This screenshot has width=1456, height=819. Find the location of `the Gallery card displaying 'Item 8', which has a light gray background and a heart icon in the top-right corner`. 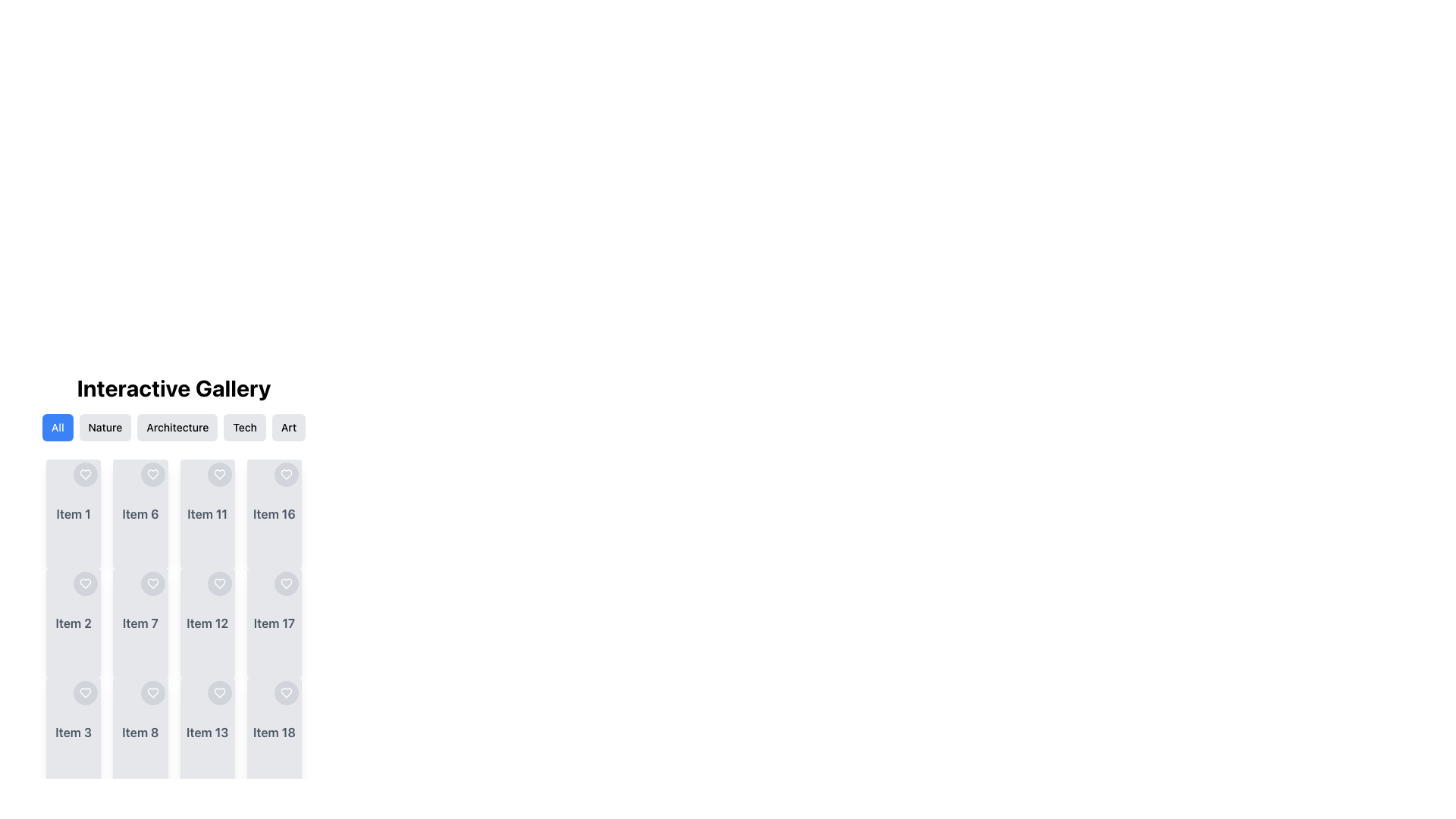

the Gallery card displaying 'Item 8', which has a light gray background and a heart icon in the top-right corner is located at coordinates (140, 731).